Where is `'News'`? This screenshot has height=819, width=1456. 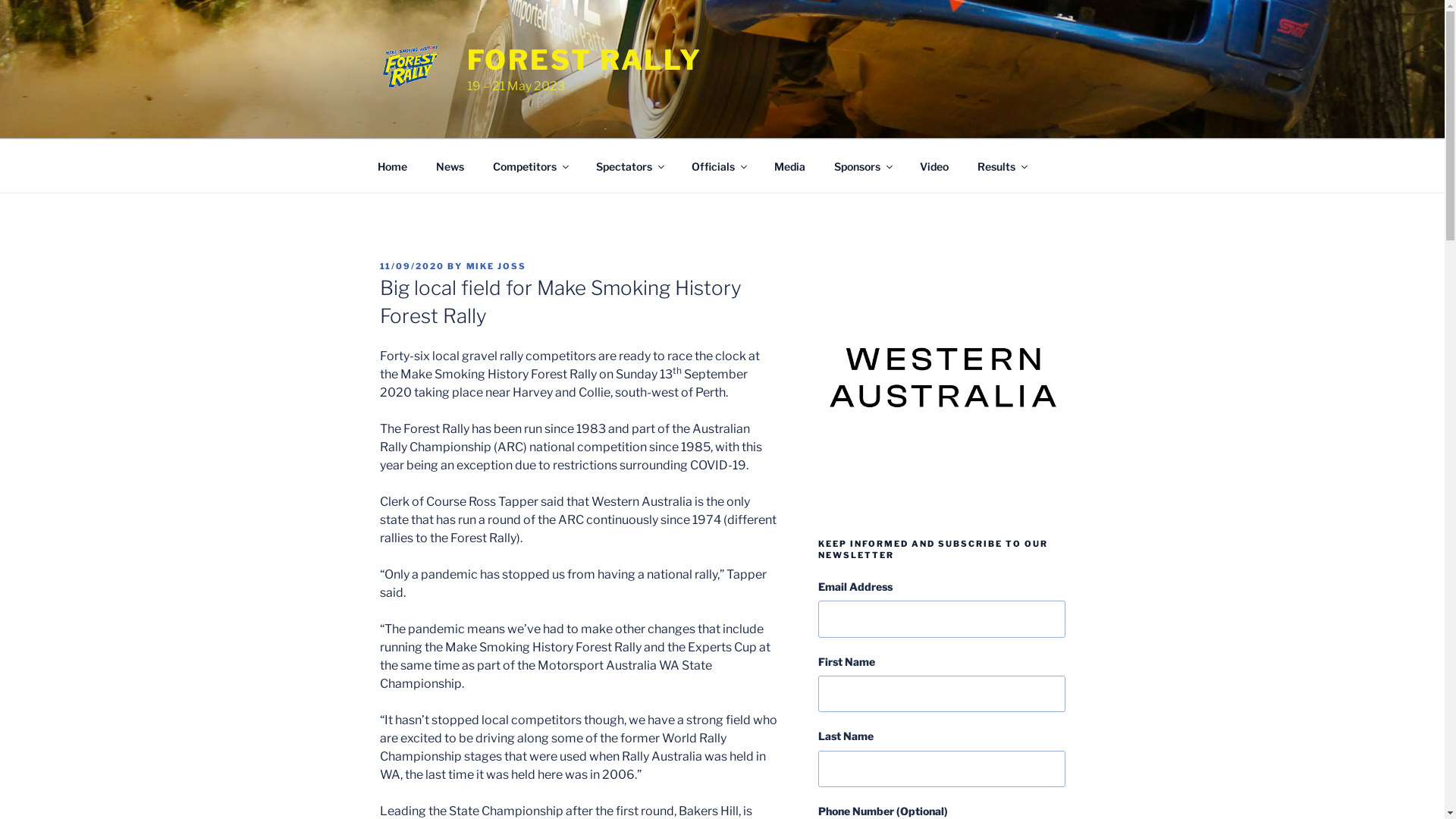 'News' is located at coordinates (450, 165).